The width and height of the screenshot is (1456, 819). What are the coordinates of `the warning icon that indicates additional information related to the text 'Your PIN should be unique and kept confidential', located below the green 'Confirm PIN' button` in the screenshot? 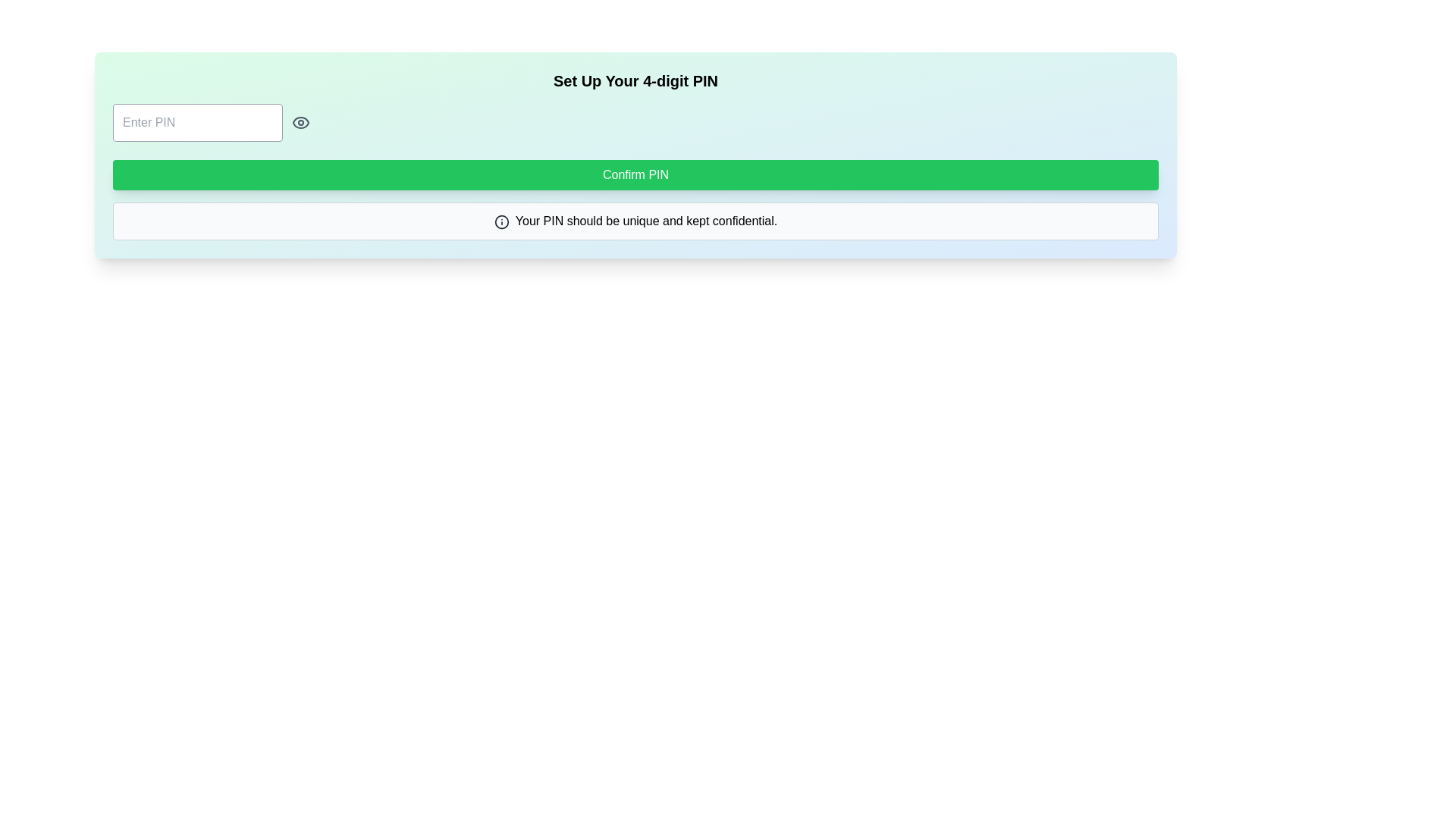 It's located at (501, 221).